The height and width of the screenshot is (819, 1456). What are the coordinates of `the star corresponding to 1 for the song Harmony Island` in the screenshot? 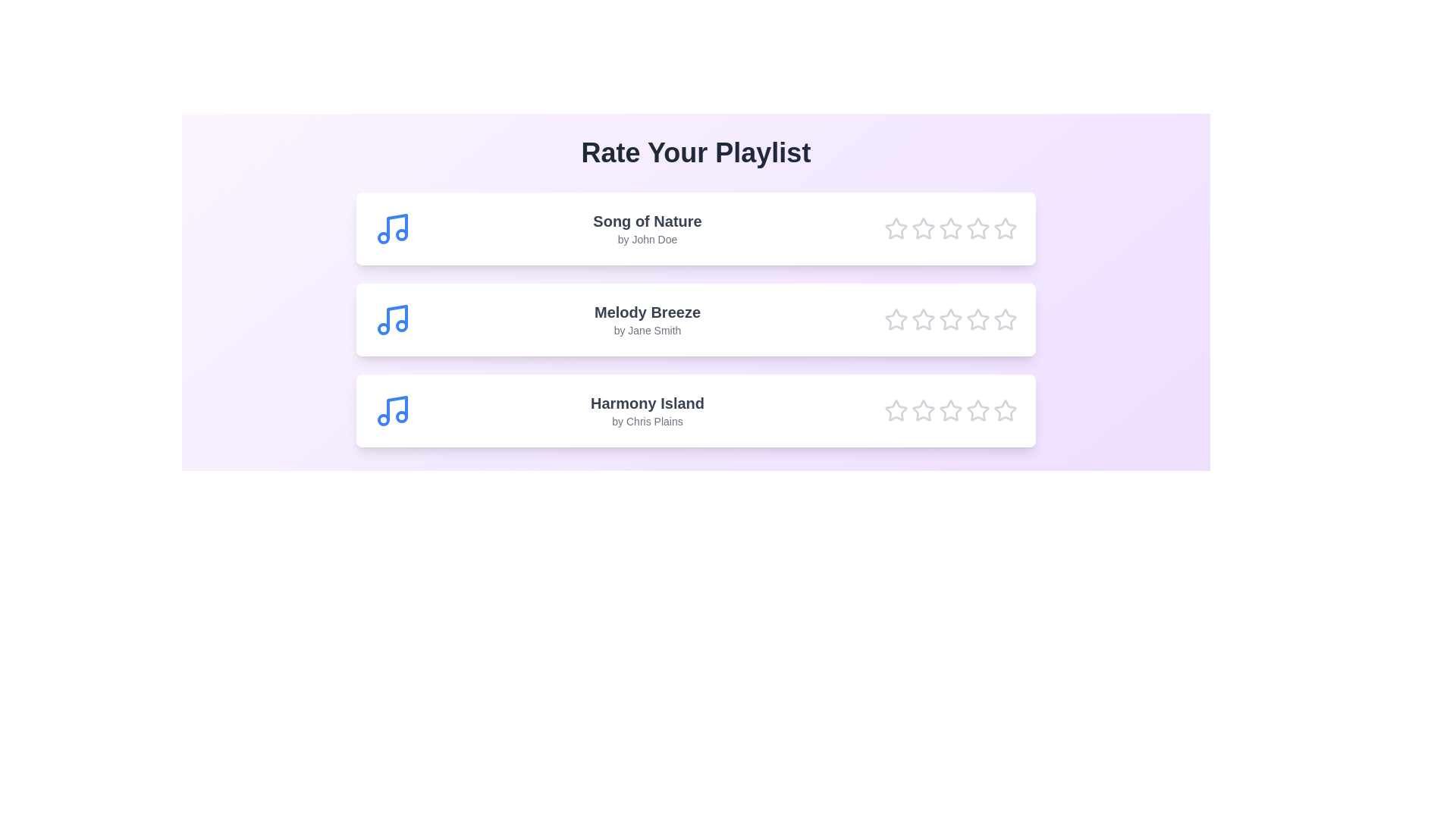 It's located at (896, 411).